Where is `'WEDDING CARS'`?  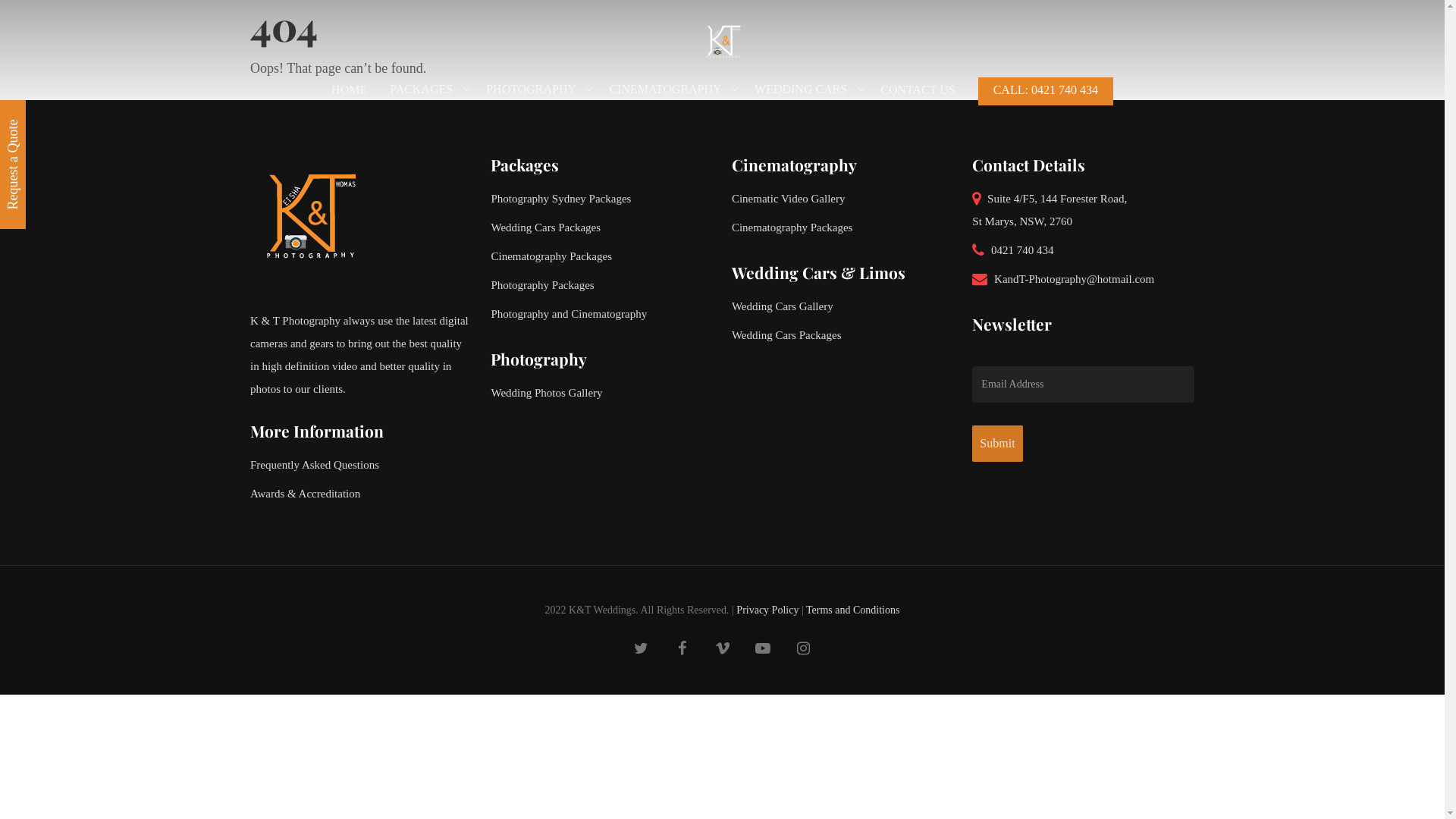
'WEDDING CARS' is located at coordinates (805, 97).